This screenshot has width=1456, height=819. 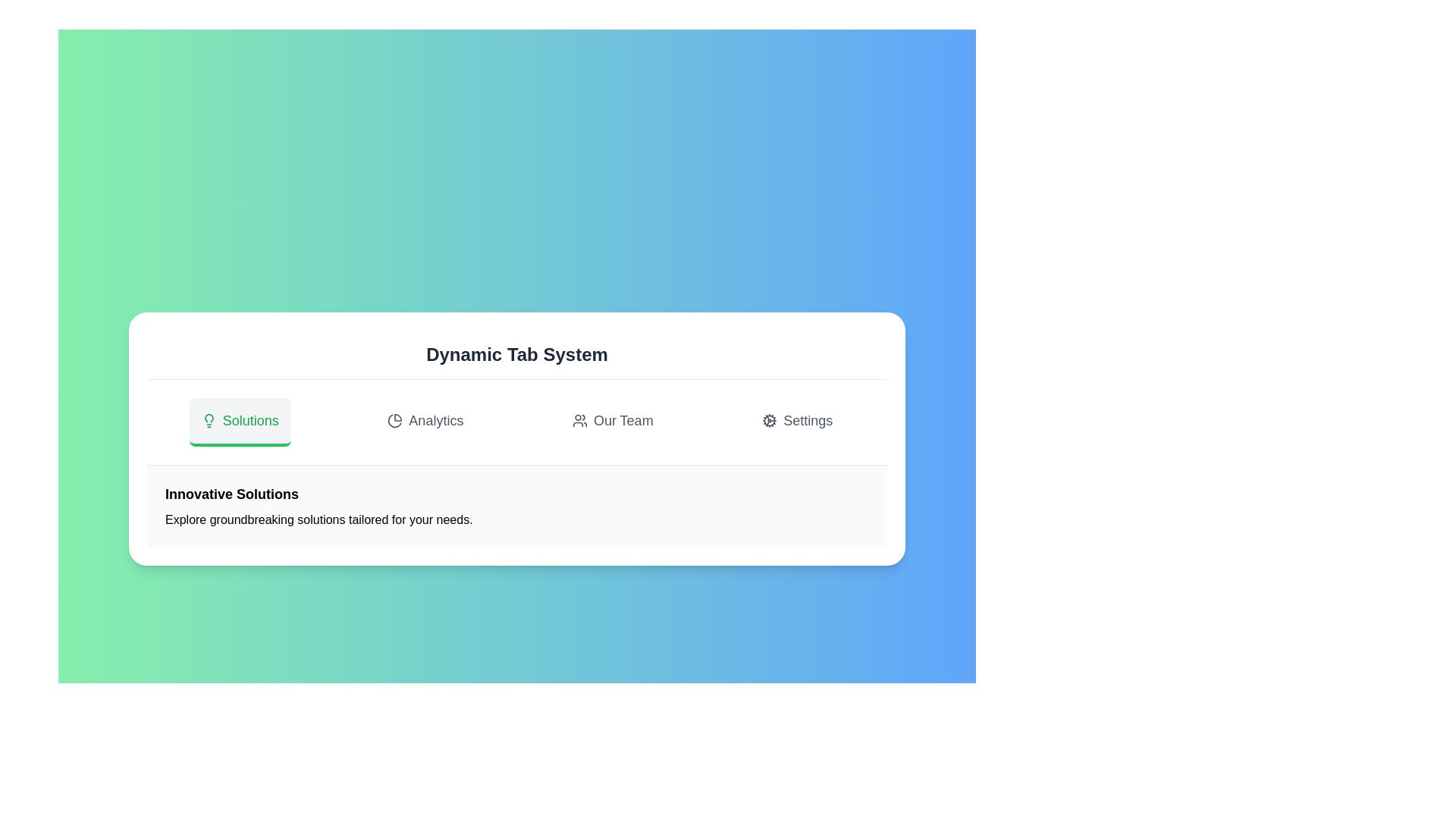 I want to click on the 'Solutions' tab icon located on the leftmost side of the tab row, positioned before the text label 'Solutions', so click(x=208, y=421).